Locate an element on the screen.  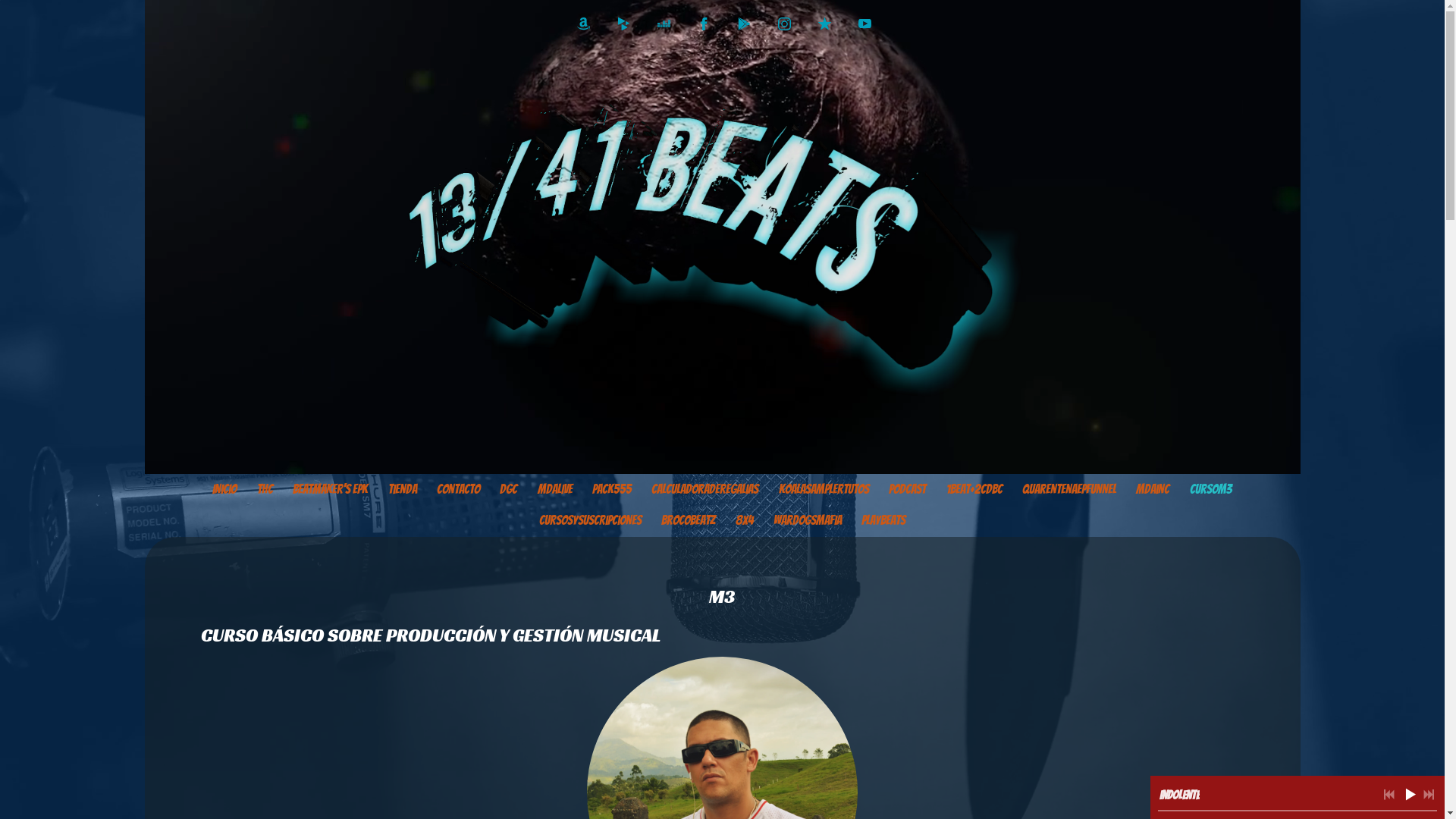
'PODCAST' is located at coordinates (907, 489).